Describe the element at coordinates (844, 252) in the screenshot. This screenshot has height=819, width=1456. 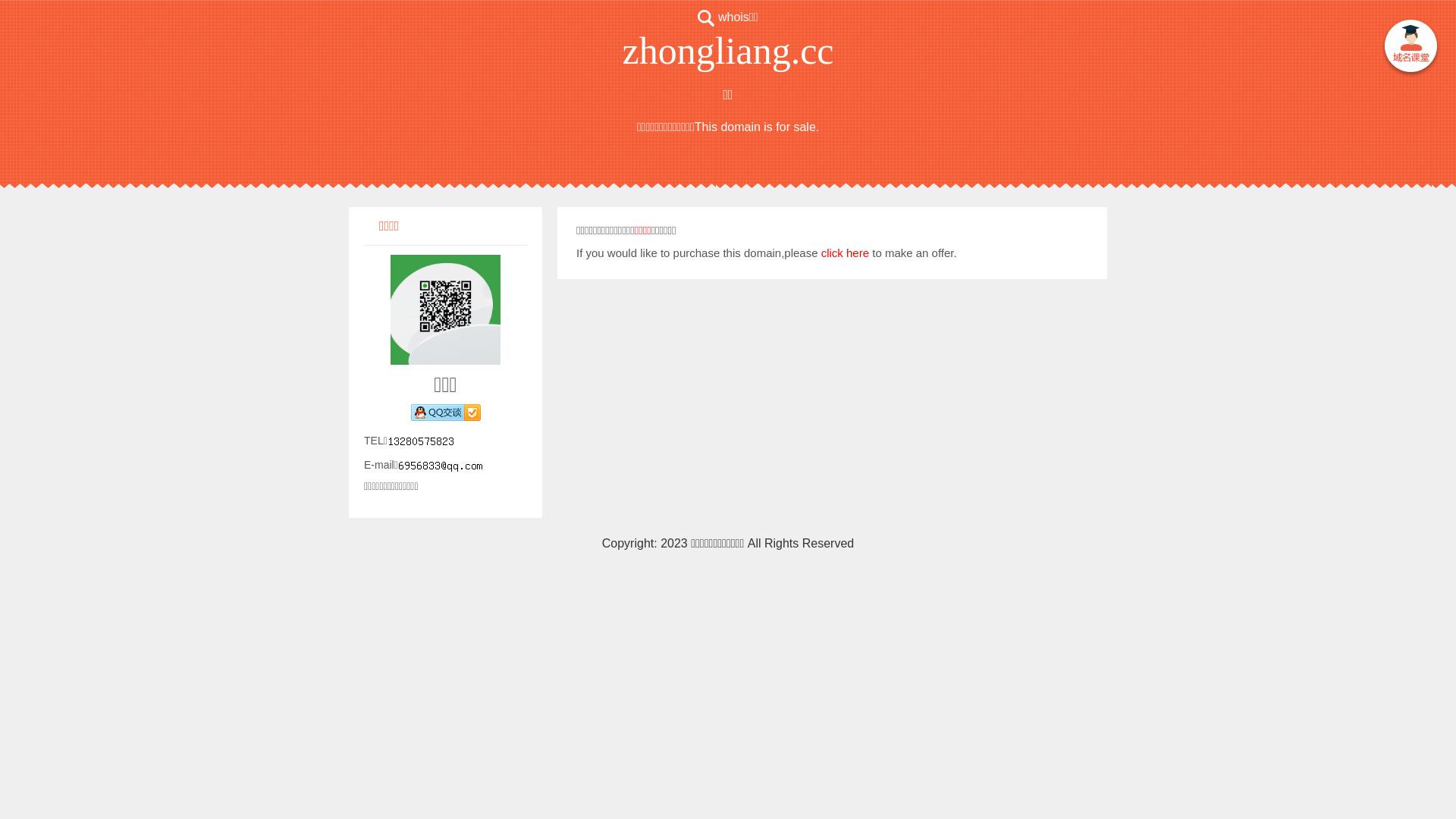
I see `'click here'` at that location.